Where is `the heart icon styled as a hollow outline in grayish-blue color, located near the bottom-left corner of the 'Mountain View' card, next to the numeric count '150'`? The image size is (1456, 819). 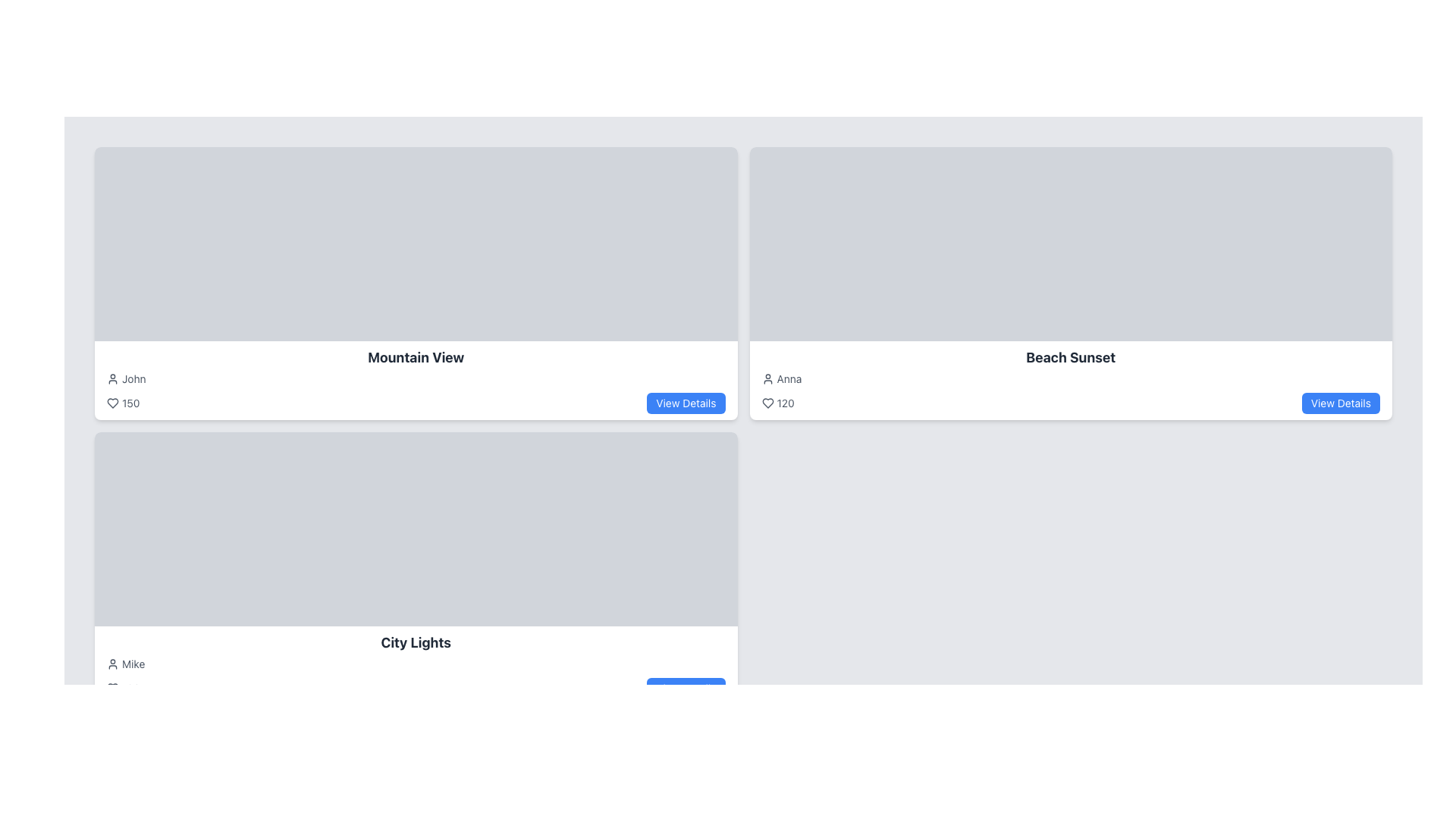 the heart icon styled as a hollow outline in grayish-blue color, located near the bottom-left corner of the 'Mountain View' card, next to the numeric count '150' is located at coordinates (111, 403).